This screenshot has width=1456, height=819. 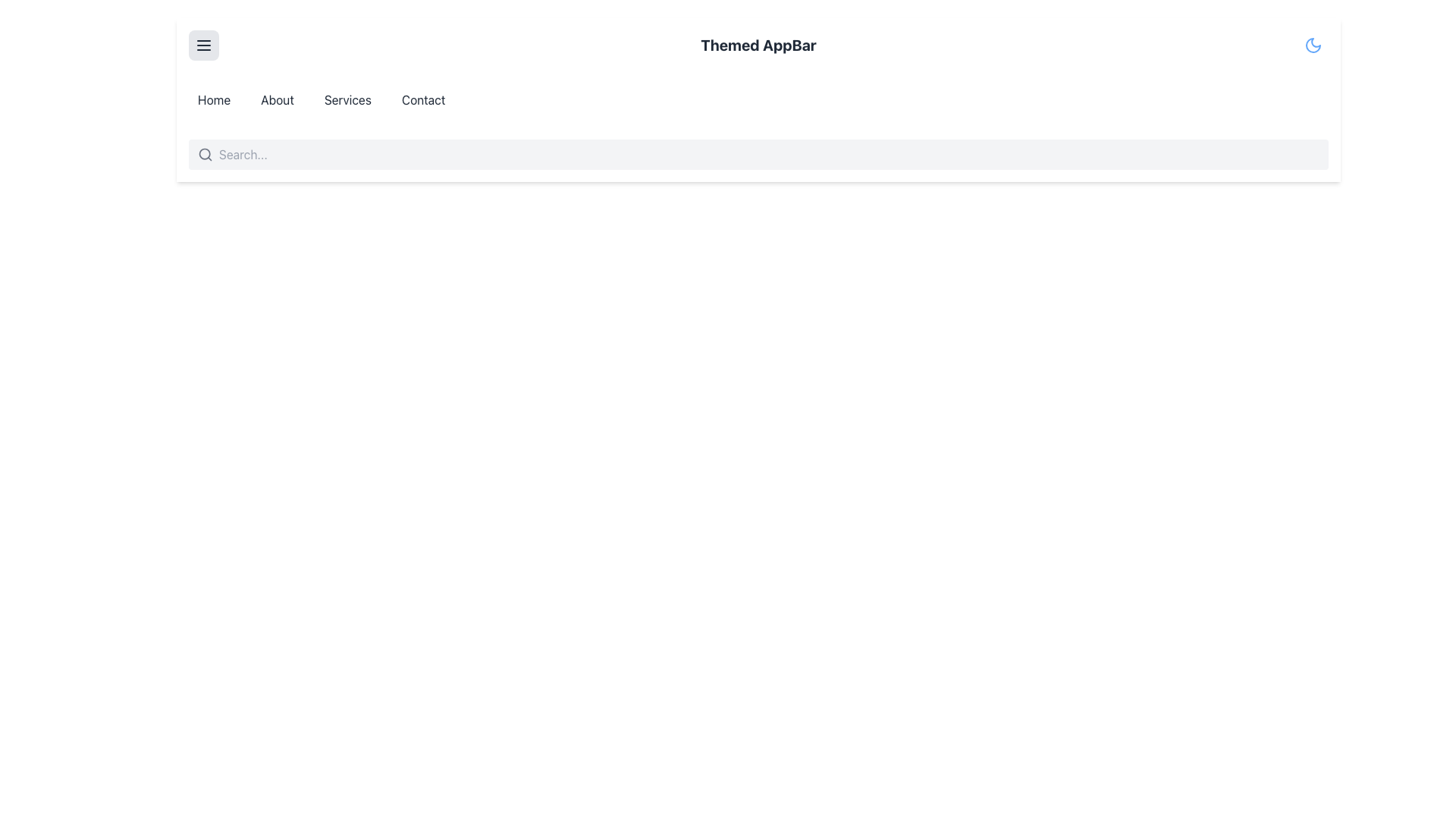 I want to click on the 'Contact' button in the horizontal navigation menu, so click(x=423, y=99).